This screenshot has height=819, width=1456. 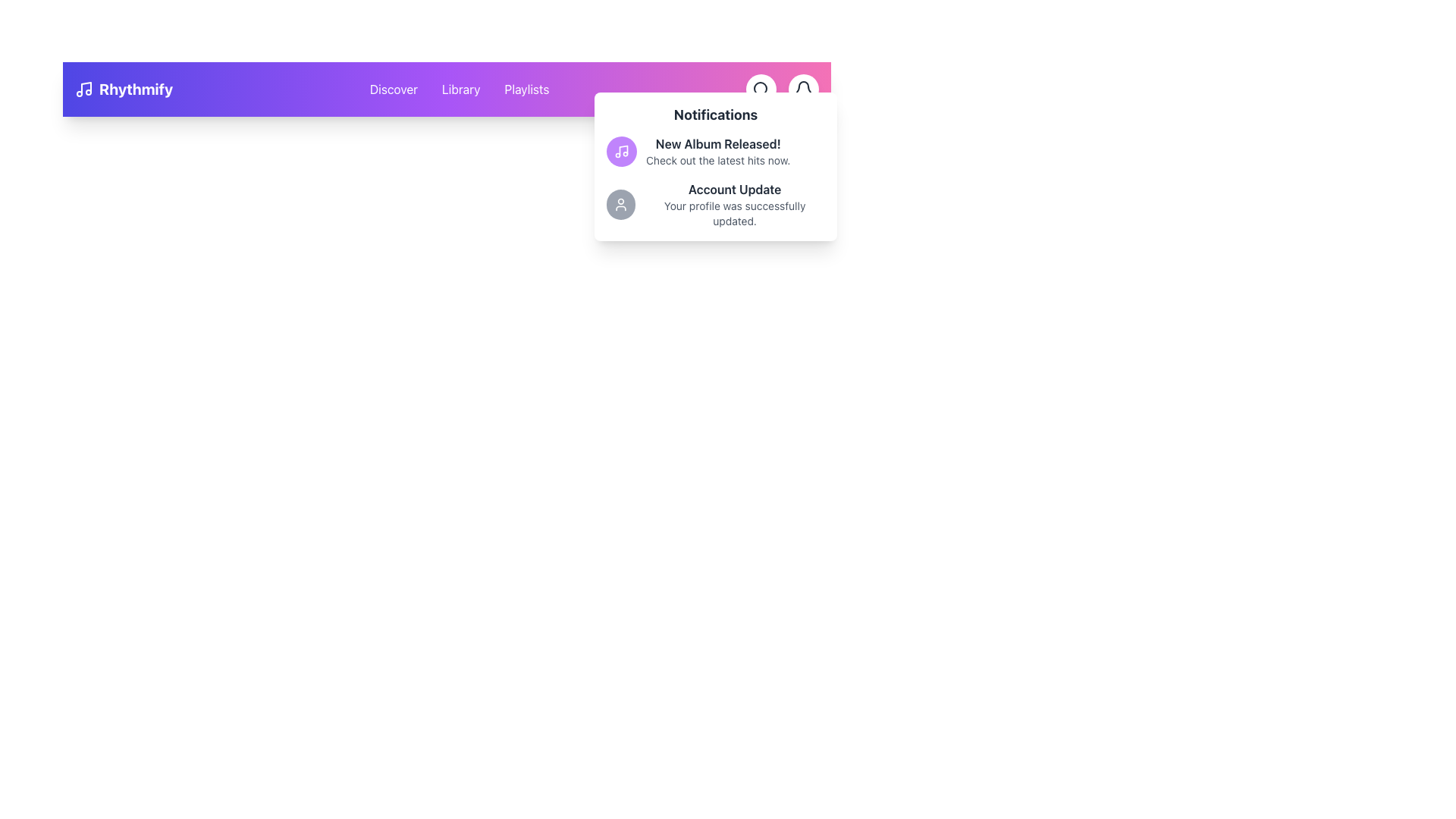 What do you see at coordinates (446, 89) in the screenshot?
I see `the navigation link in the Navigation Bar at the center of the interface` at bounding box center [446, 89].